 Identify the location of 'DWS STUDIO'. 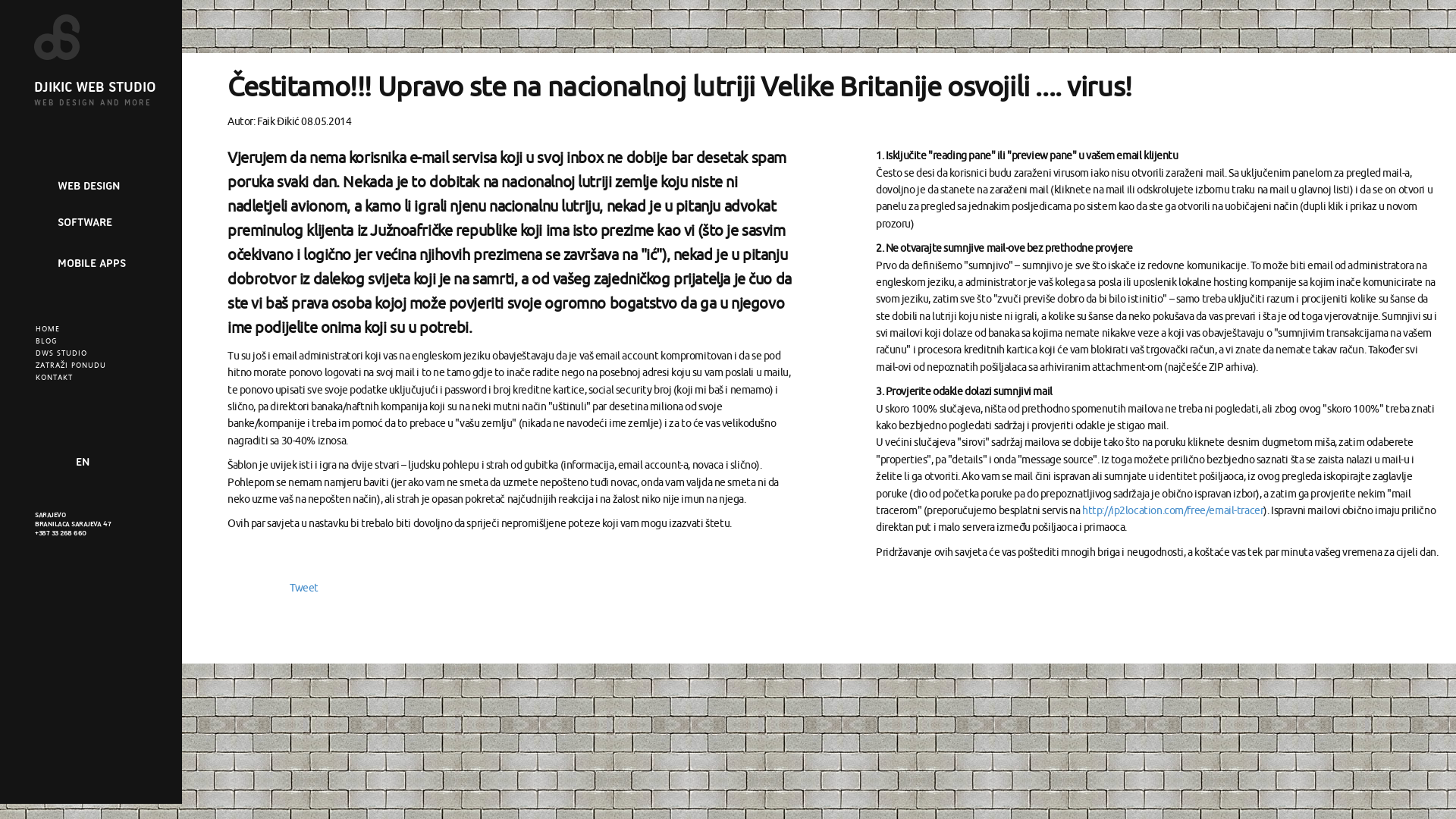
(61, 353).